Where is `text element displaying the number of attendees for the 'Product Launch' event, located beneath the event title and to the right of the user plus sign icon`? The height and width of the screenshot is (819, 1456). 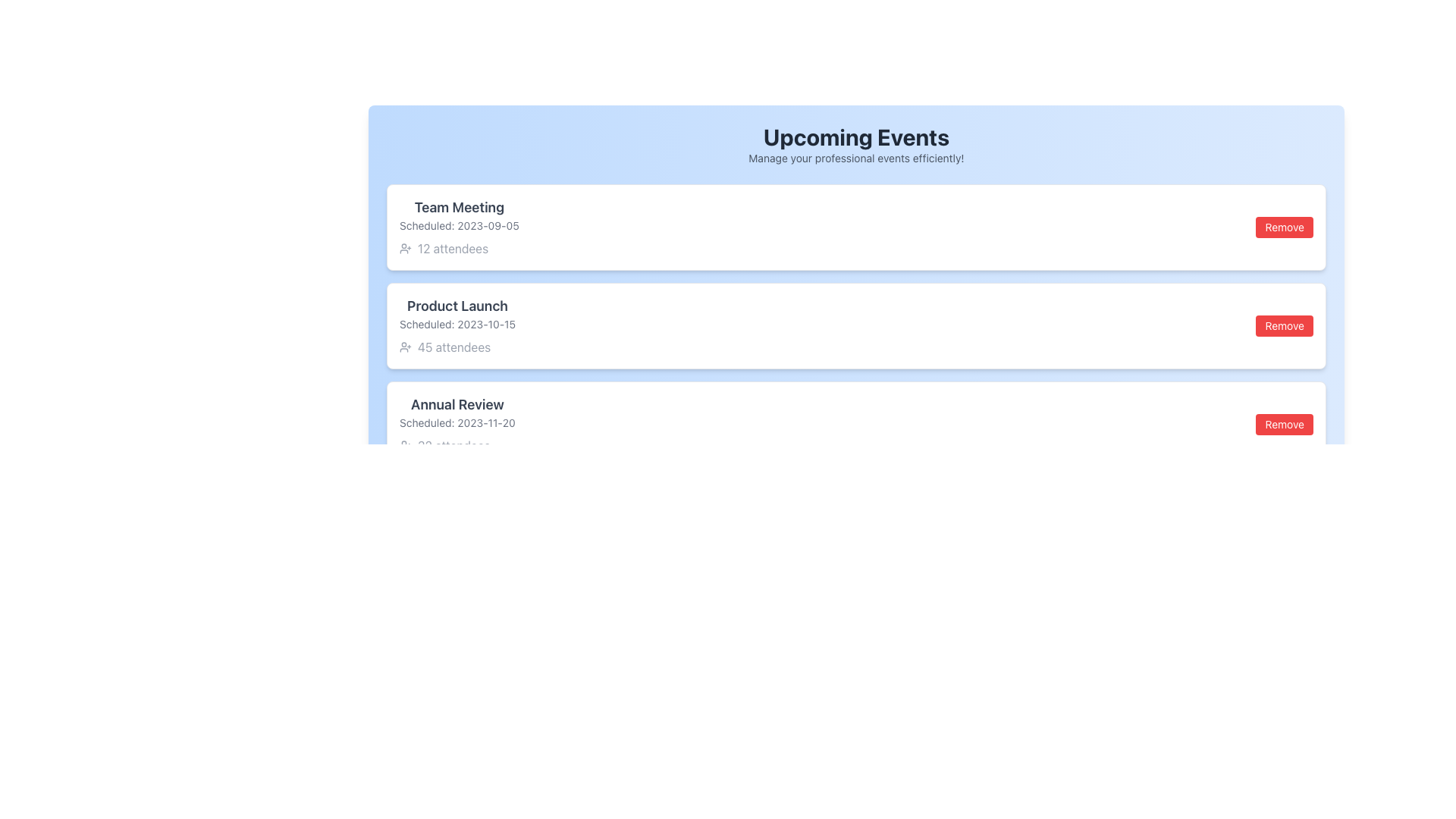 text element displaying the number of attendees for the 'Product Launch' event, located beneath the event title and to the right of the user plus sign icon is located at coordinates (453, 347).